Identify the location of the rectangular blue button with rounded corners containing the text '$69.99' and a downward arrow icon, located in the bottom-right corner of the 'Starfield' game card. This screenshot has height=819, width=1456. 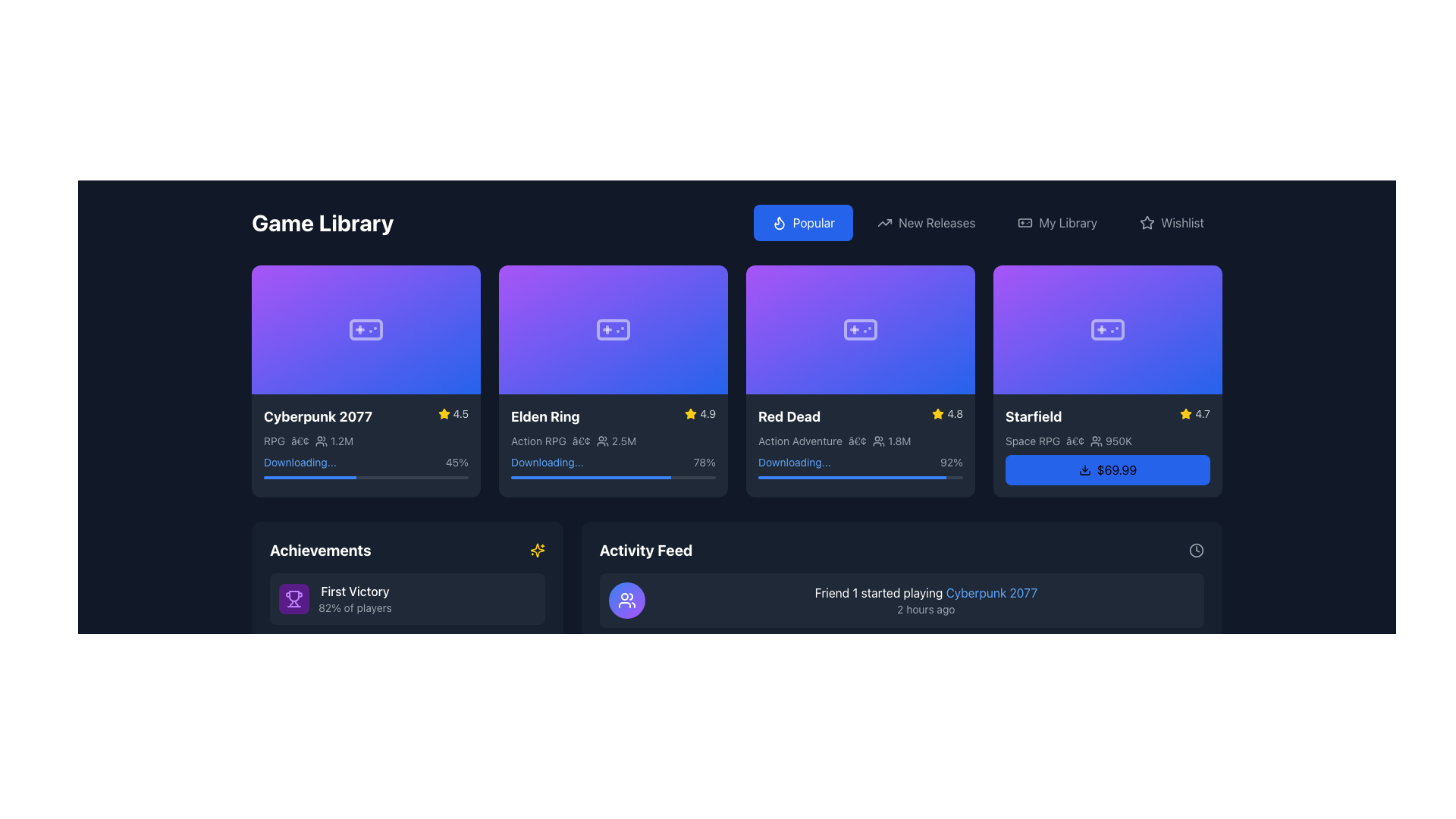
(1107, 468).